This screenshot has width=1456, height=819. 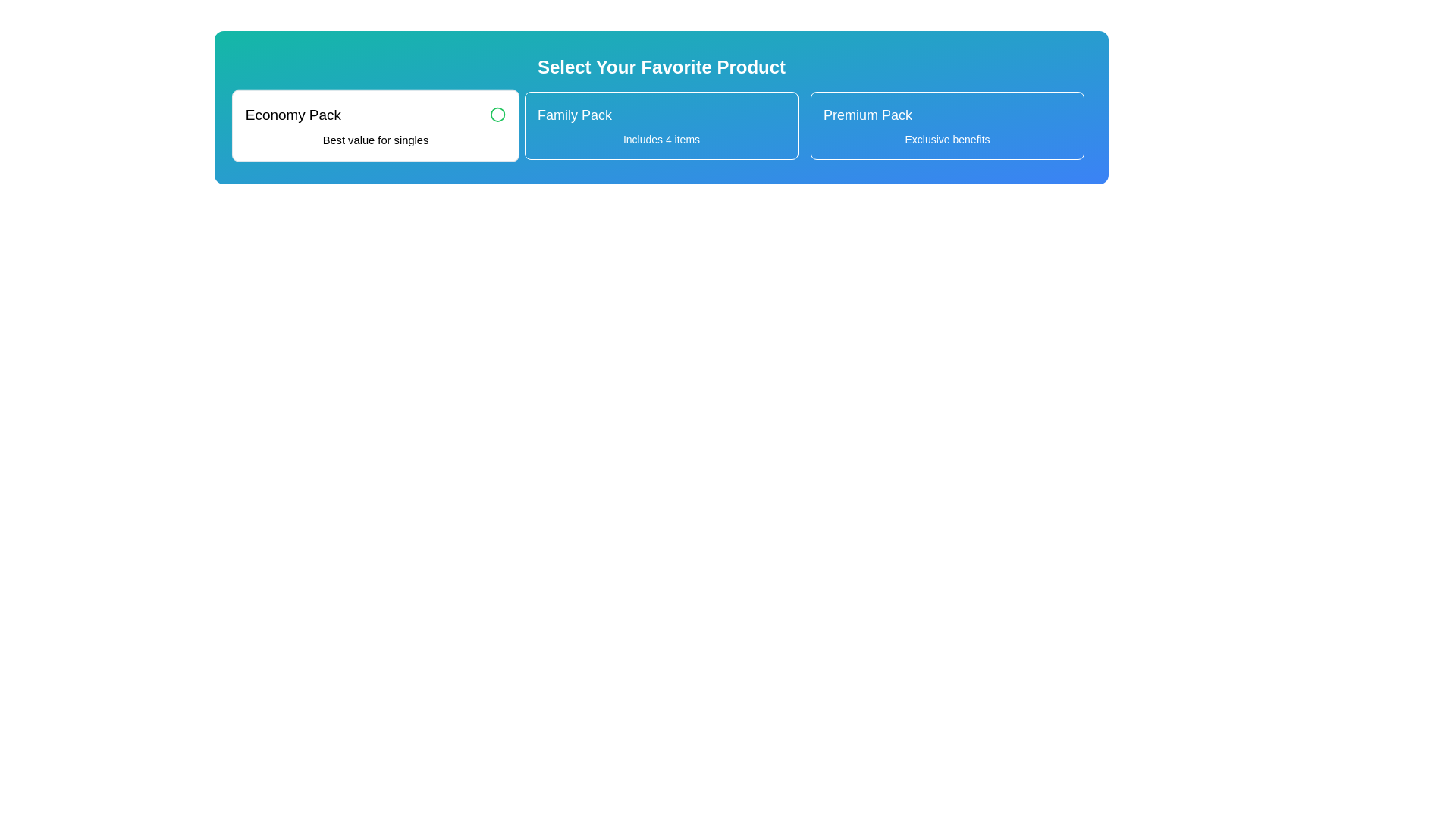 I want to click on label text of the first selectable option 'Economy Pack' located in the top left of the page, so click(x=293, y=114).